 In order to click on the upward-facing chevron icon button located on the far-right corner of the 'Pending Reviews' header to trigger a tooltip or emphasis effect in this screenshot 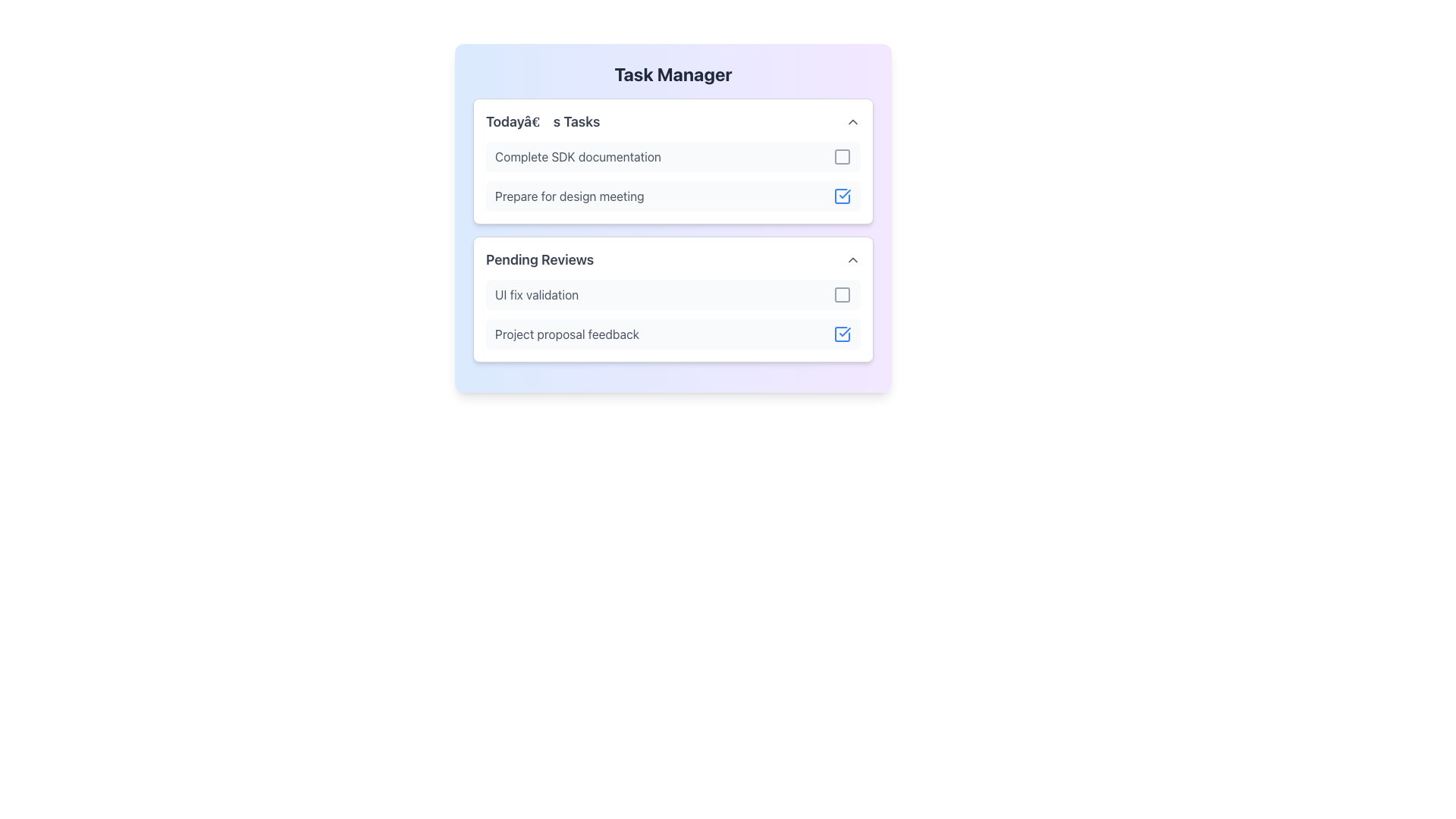, I will do `click(852, 259)`.